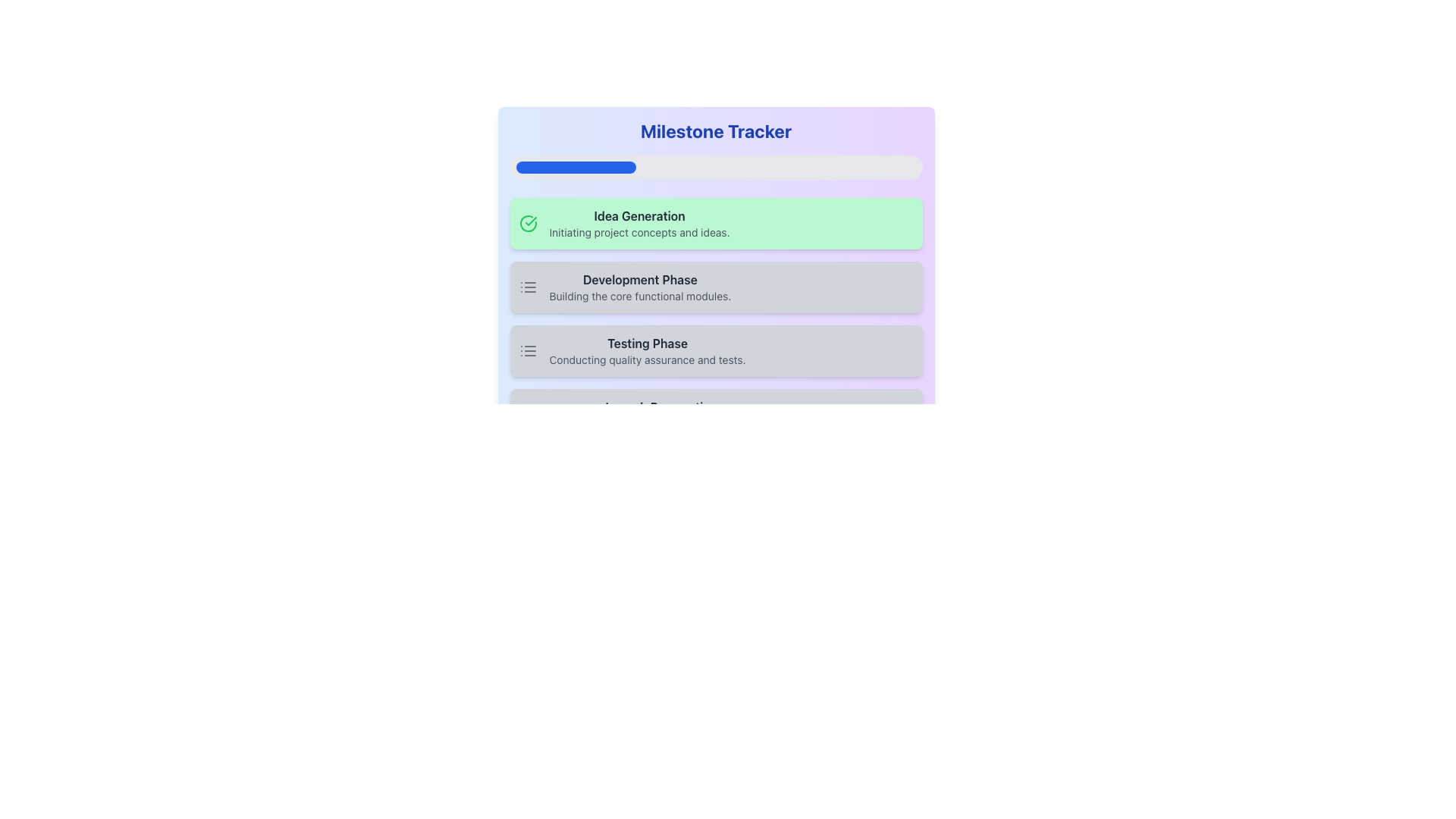  I want to click on the progress bar, so click(538, 167).